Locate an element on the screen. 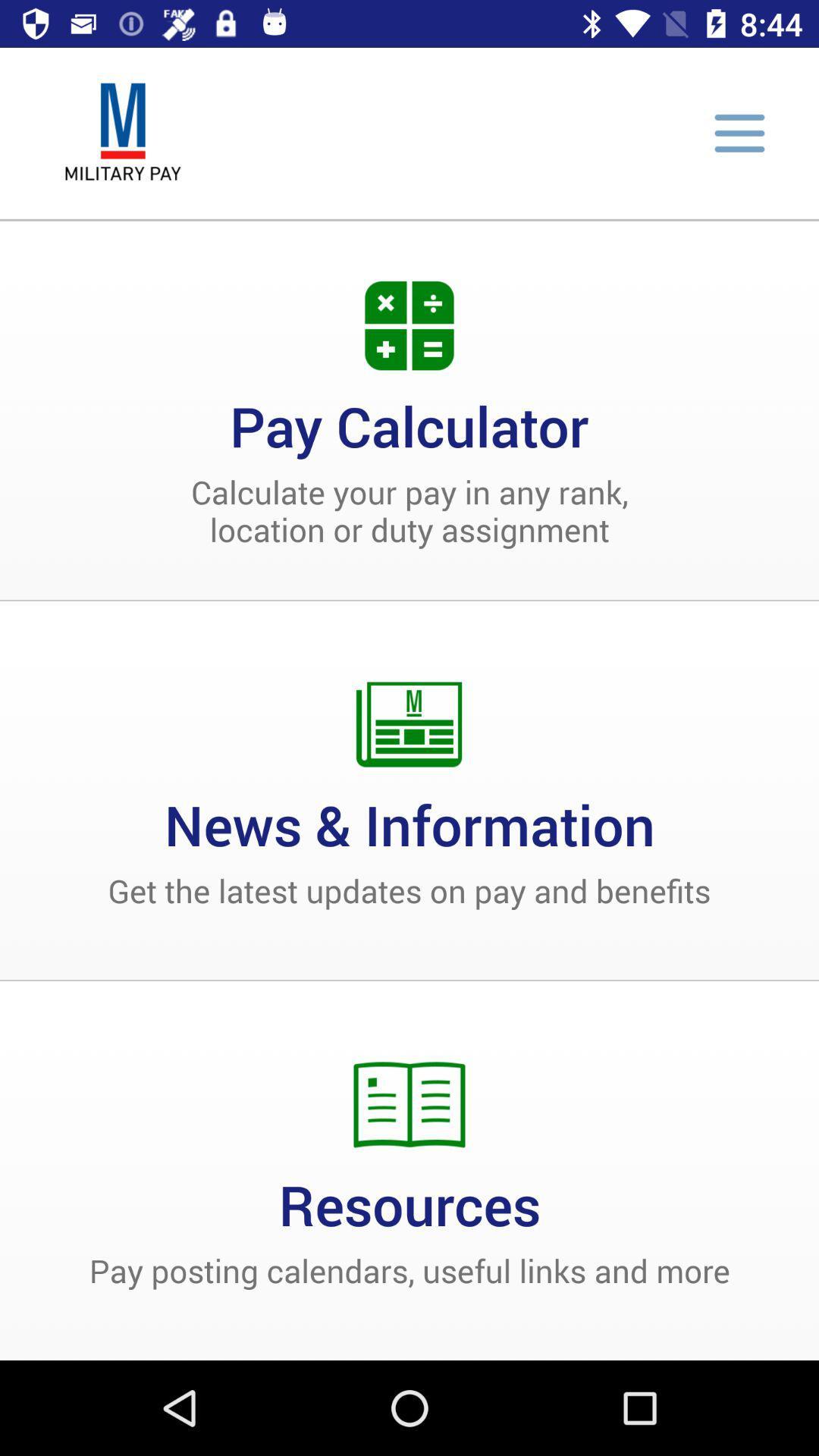  menu button is located at coordinates (739, 133).